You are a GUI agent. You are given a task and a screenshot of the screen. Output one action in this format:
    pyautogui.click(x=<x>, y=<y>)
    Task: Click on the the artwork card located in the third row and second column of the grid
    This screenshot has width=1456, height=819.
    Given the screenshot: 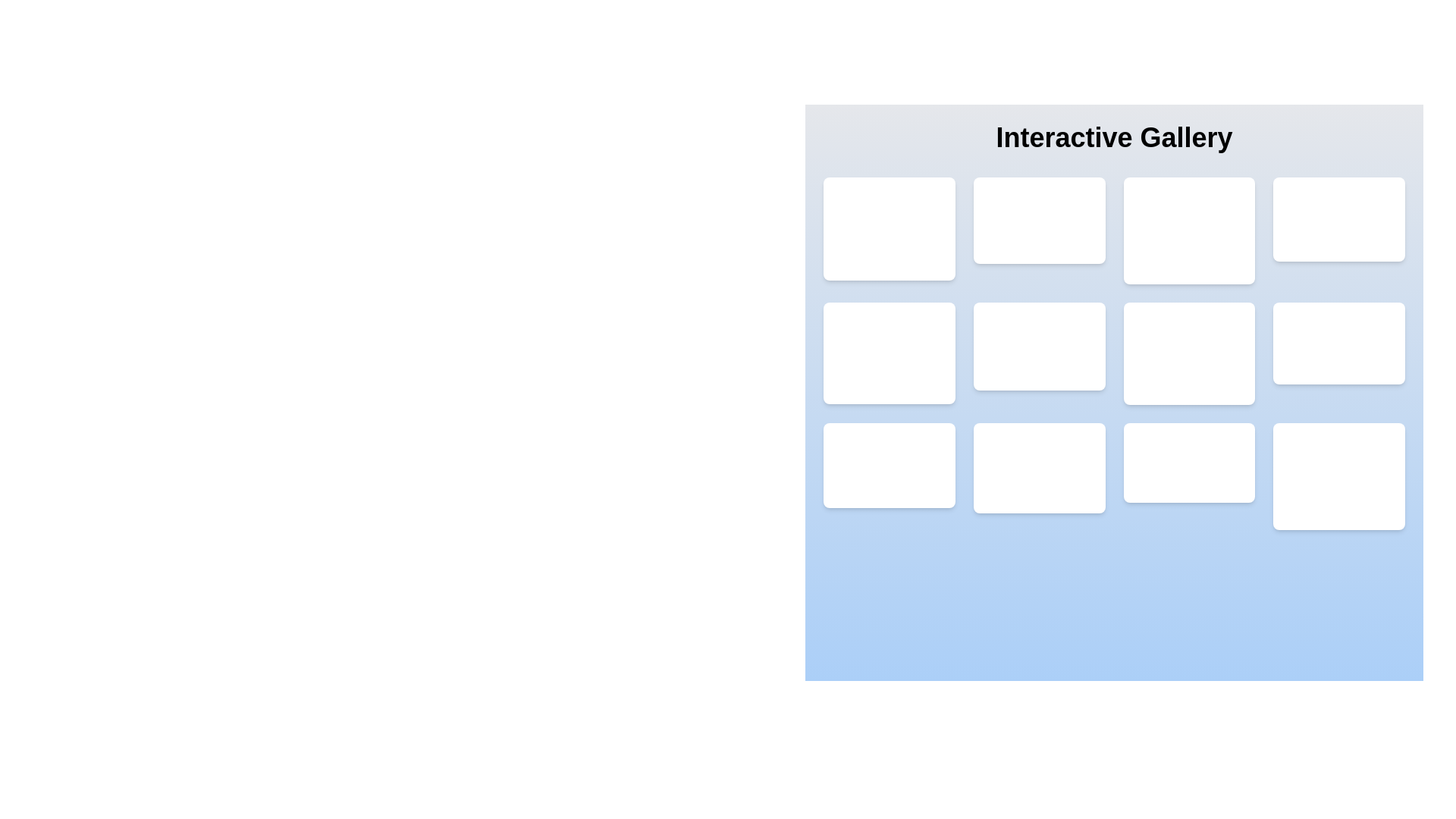 What is the action you would take?
    pyautogui.click(x=1188, y=353)
    